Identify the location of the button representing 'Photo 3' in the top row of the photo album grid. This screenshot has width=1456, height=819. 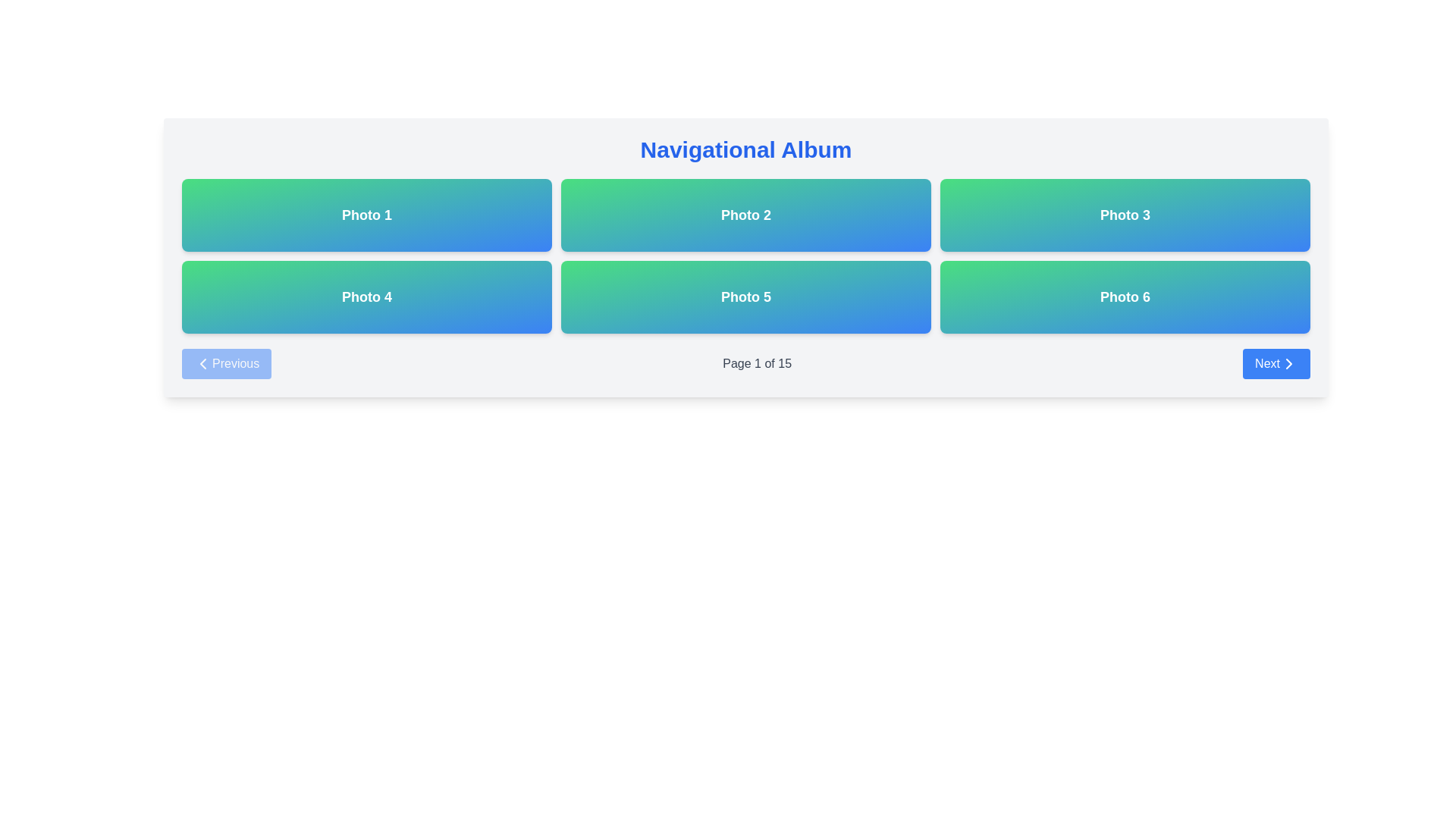
(1125, 215).